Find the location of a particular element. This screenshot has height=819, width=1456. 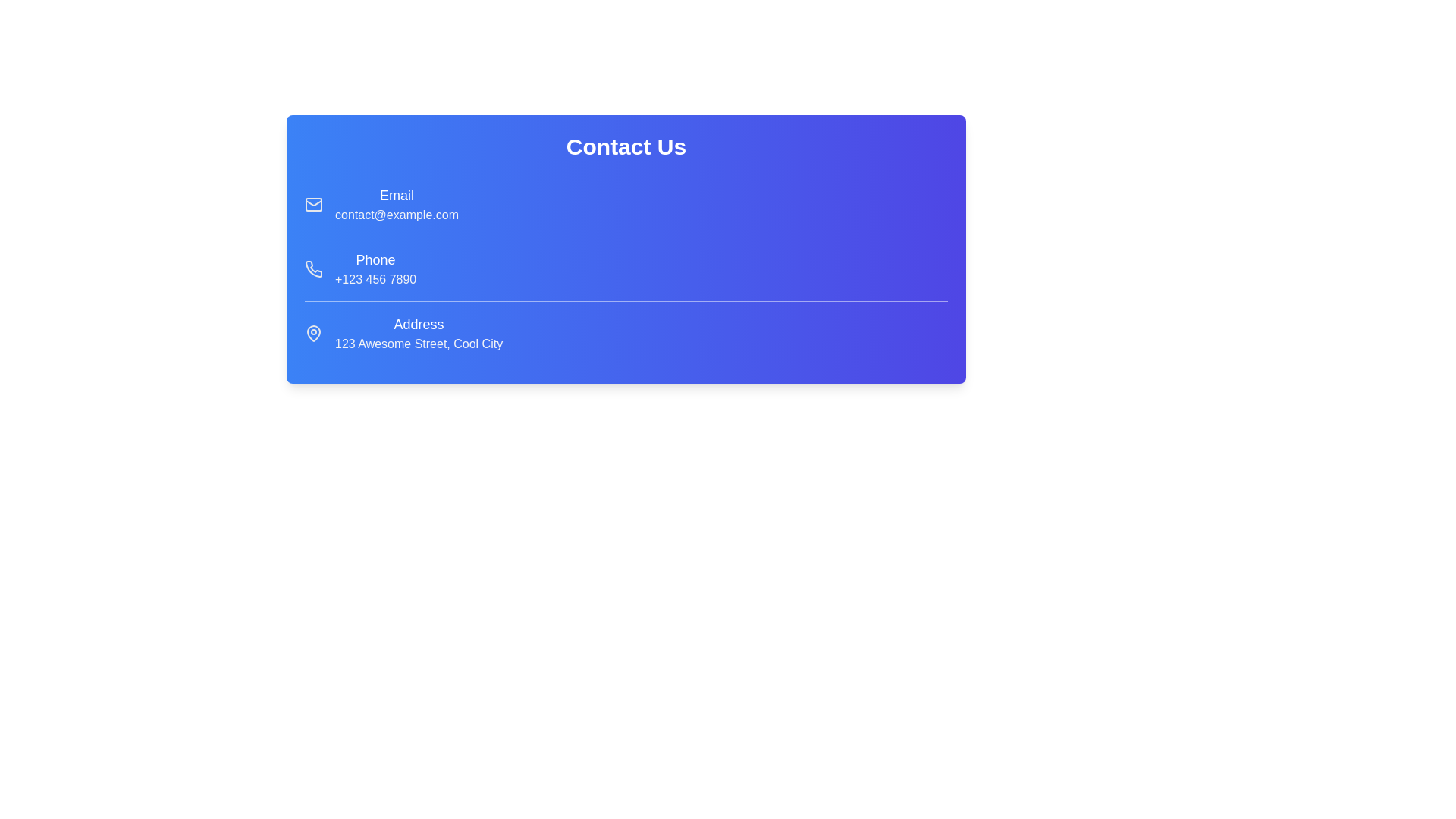

the phone number text '+123 456 7890' displayed in gray color below the 'Phone' label in the 'Contact Us' card section is located at coordinates (375, 280).